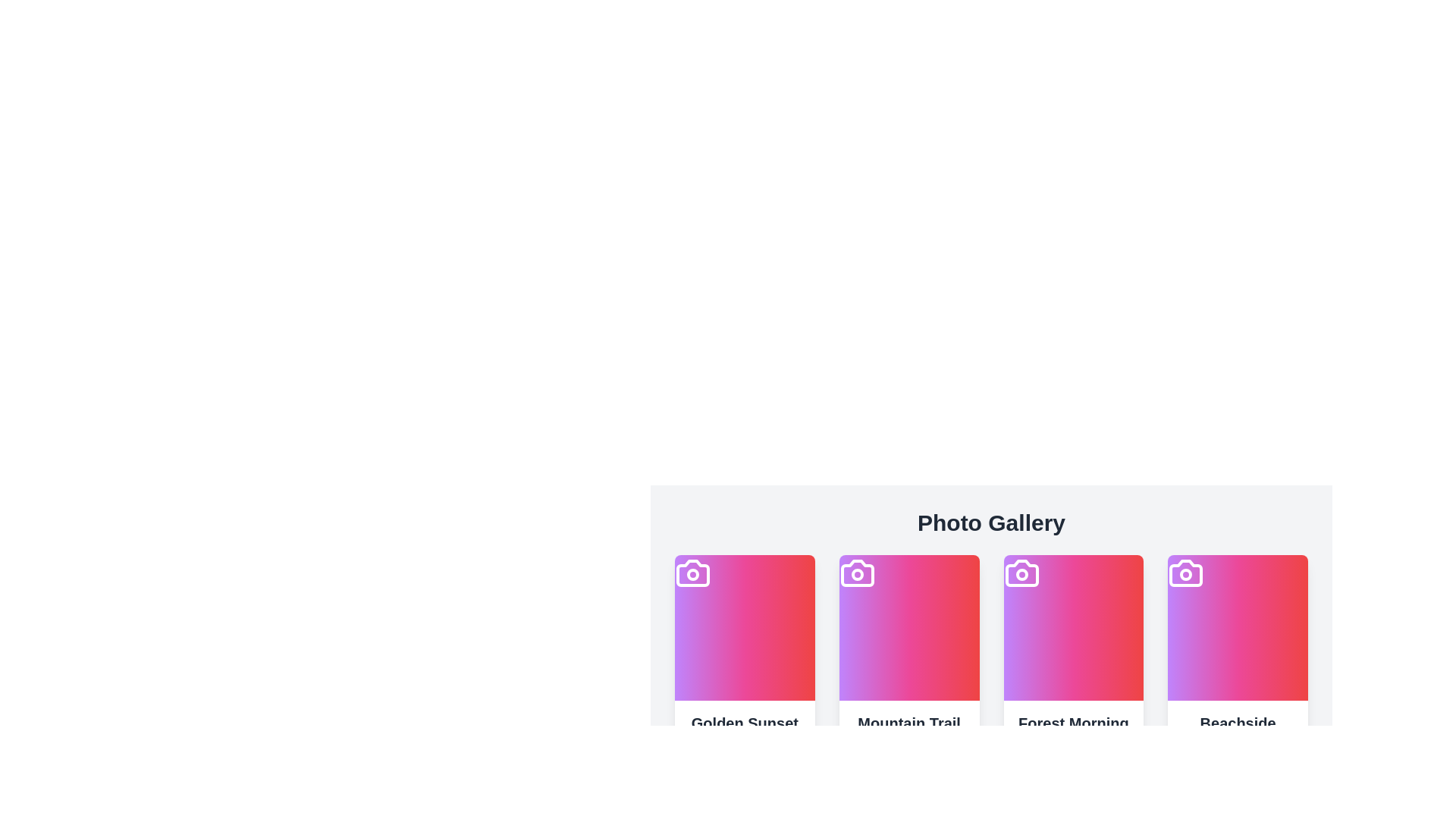  I want to click on the text label displaying the title of the second card, so click(909, 722).